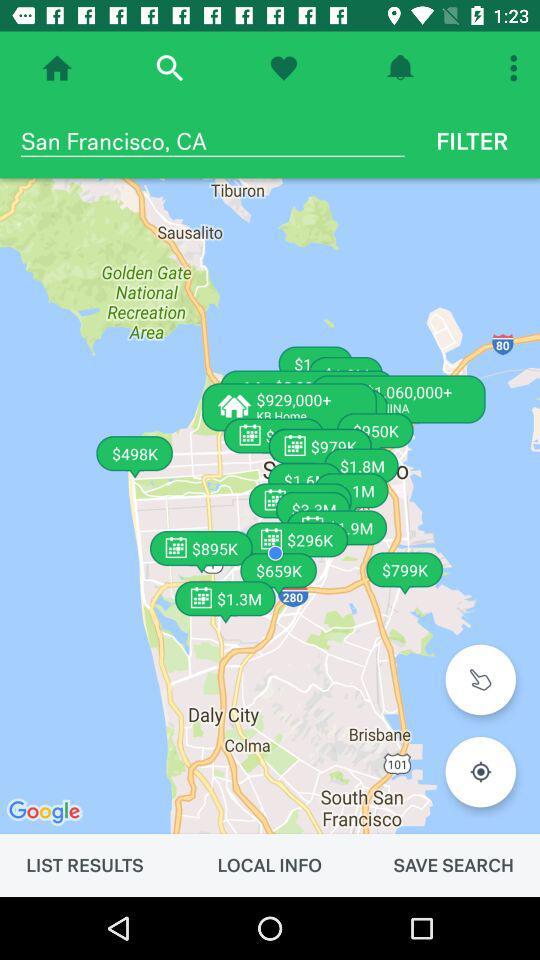 This screenshot has width=540, height=960. Describe the element at coordinates (269, 864) in the screenshot. I see `icon next to save search item` at that location.